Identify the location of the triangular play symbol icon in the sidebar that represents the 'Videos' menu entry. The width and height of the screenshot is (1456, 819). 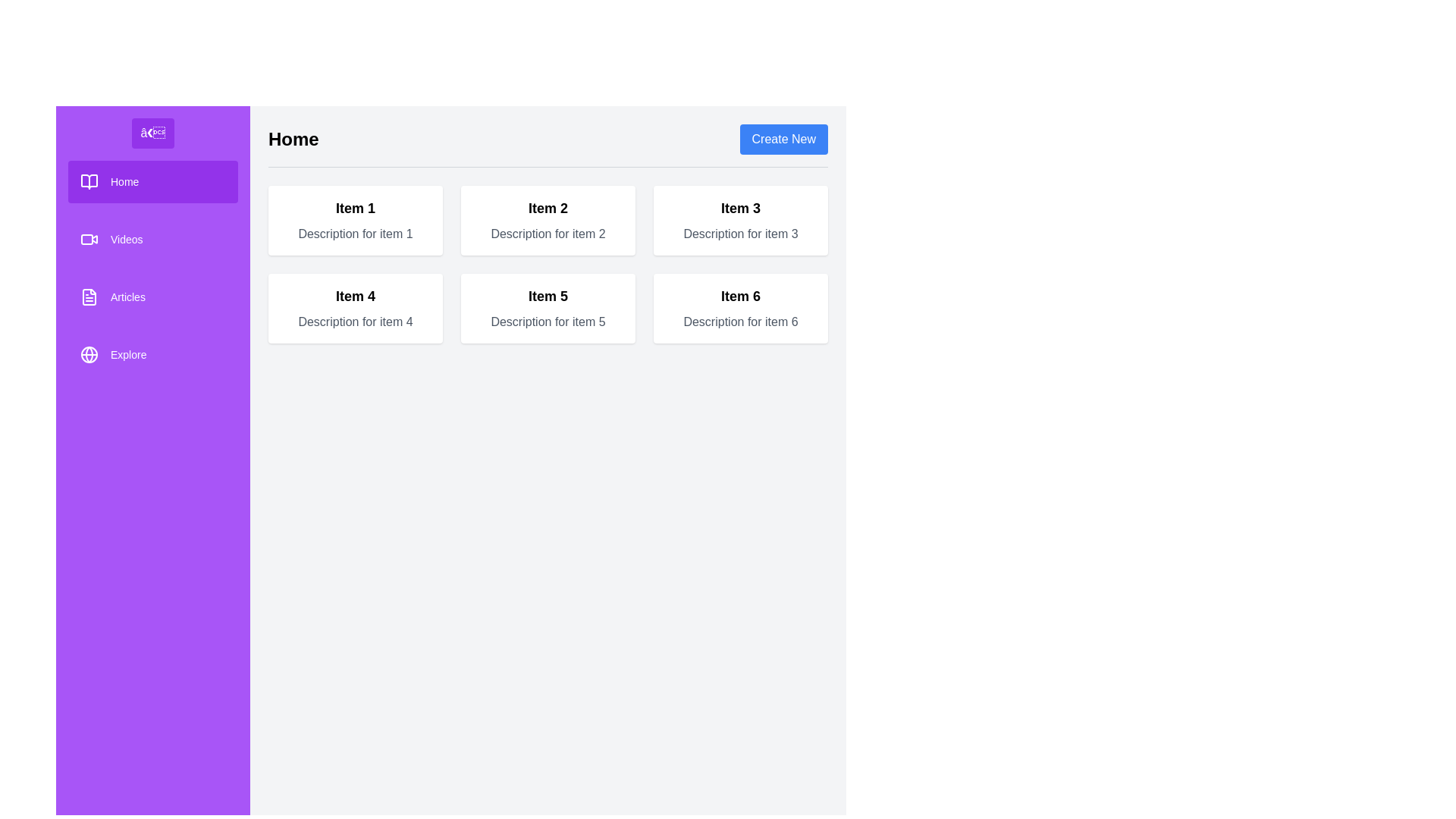
(93, 239).